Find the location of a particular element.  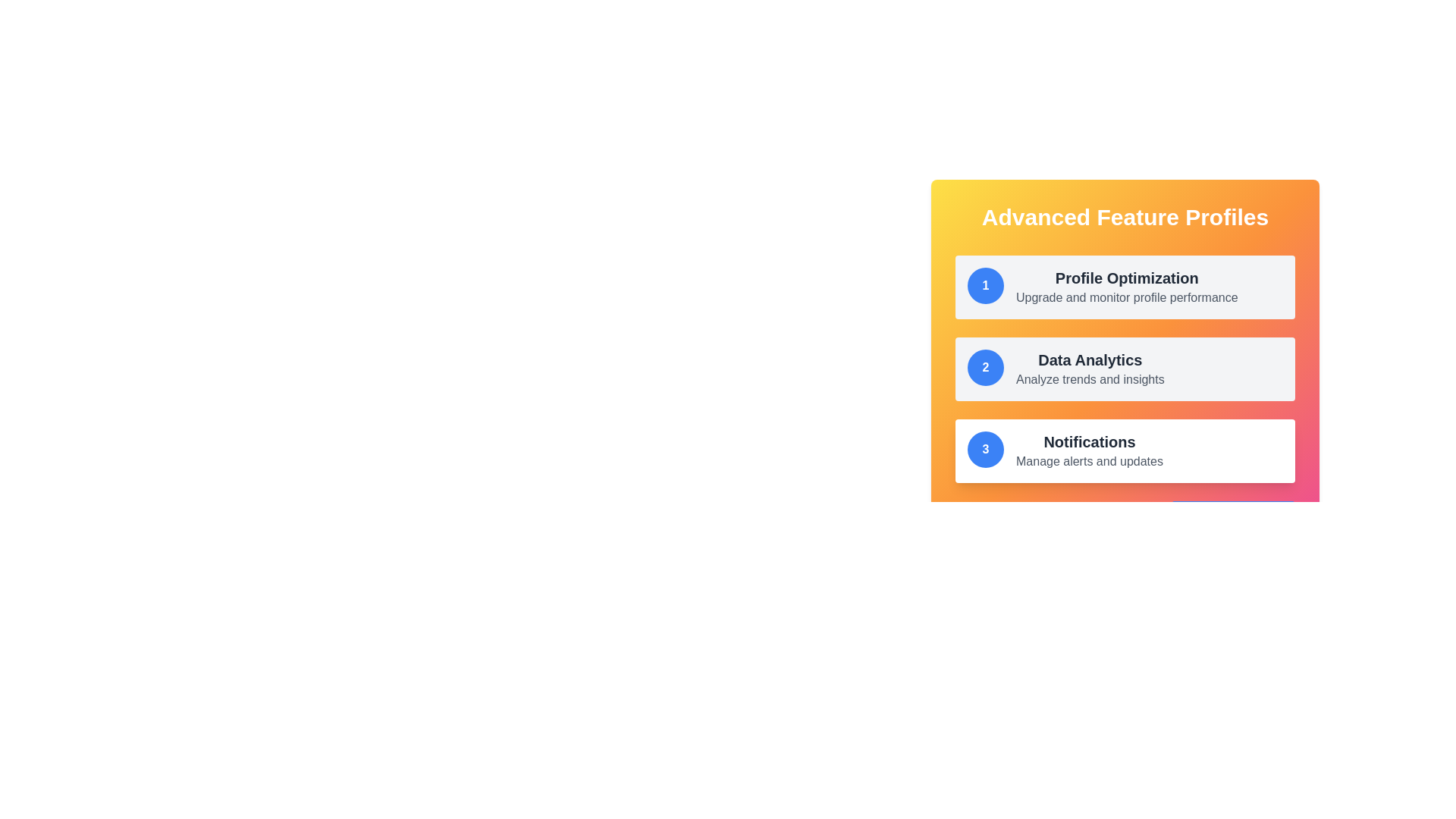

the bold heading text 'Data Analytics' located in the second section of a vertically arranged list, which is accompanied by a blue circular number icon labeled '2' is located at coordinates (1089, 359).